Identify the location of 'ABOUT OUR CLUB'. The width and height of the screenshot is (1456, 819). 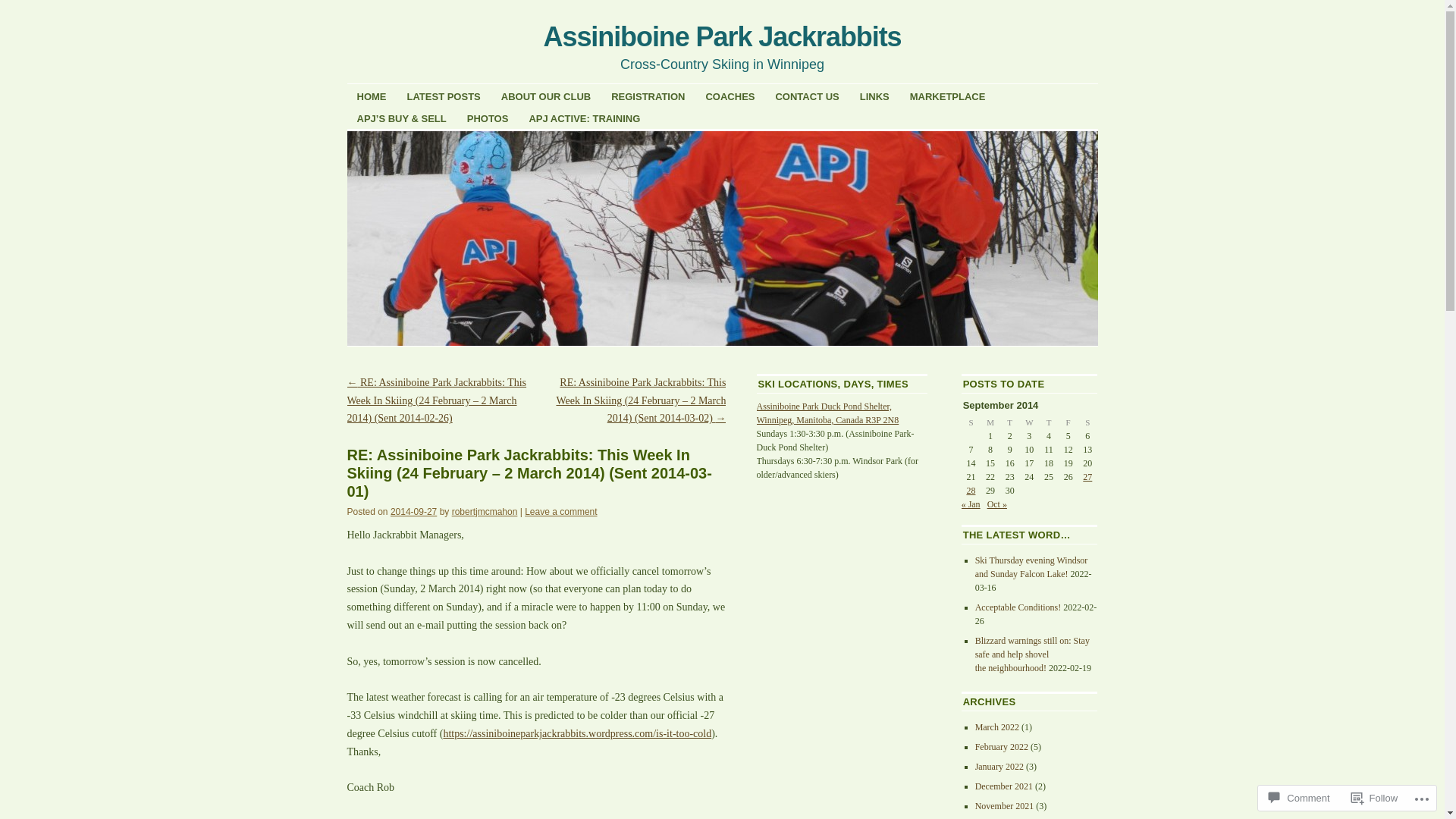
(546, 96).